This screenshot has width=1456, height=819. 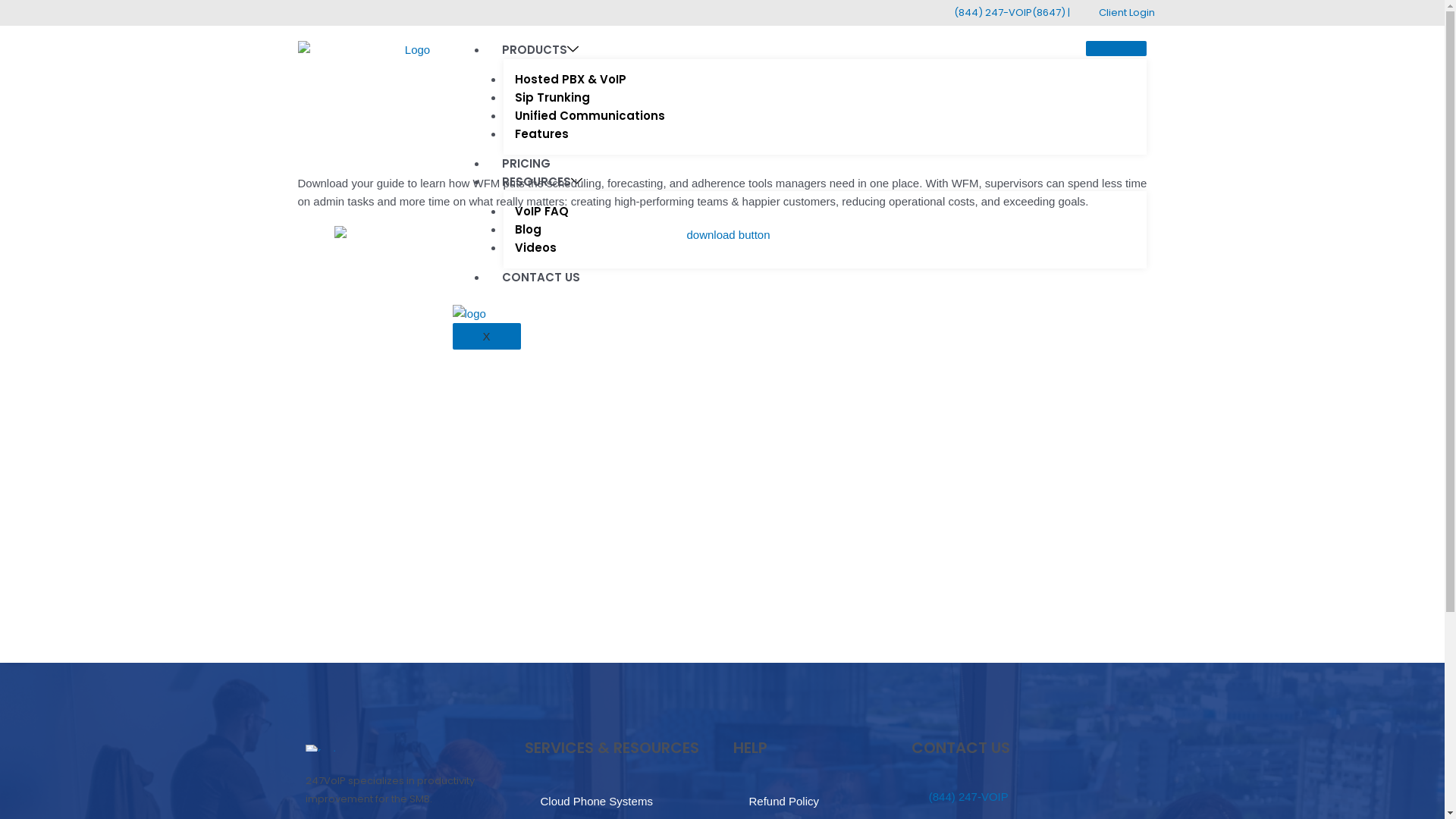 I want to click on 'X', so click(x=486, y=335).